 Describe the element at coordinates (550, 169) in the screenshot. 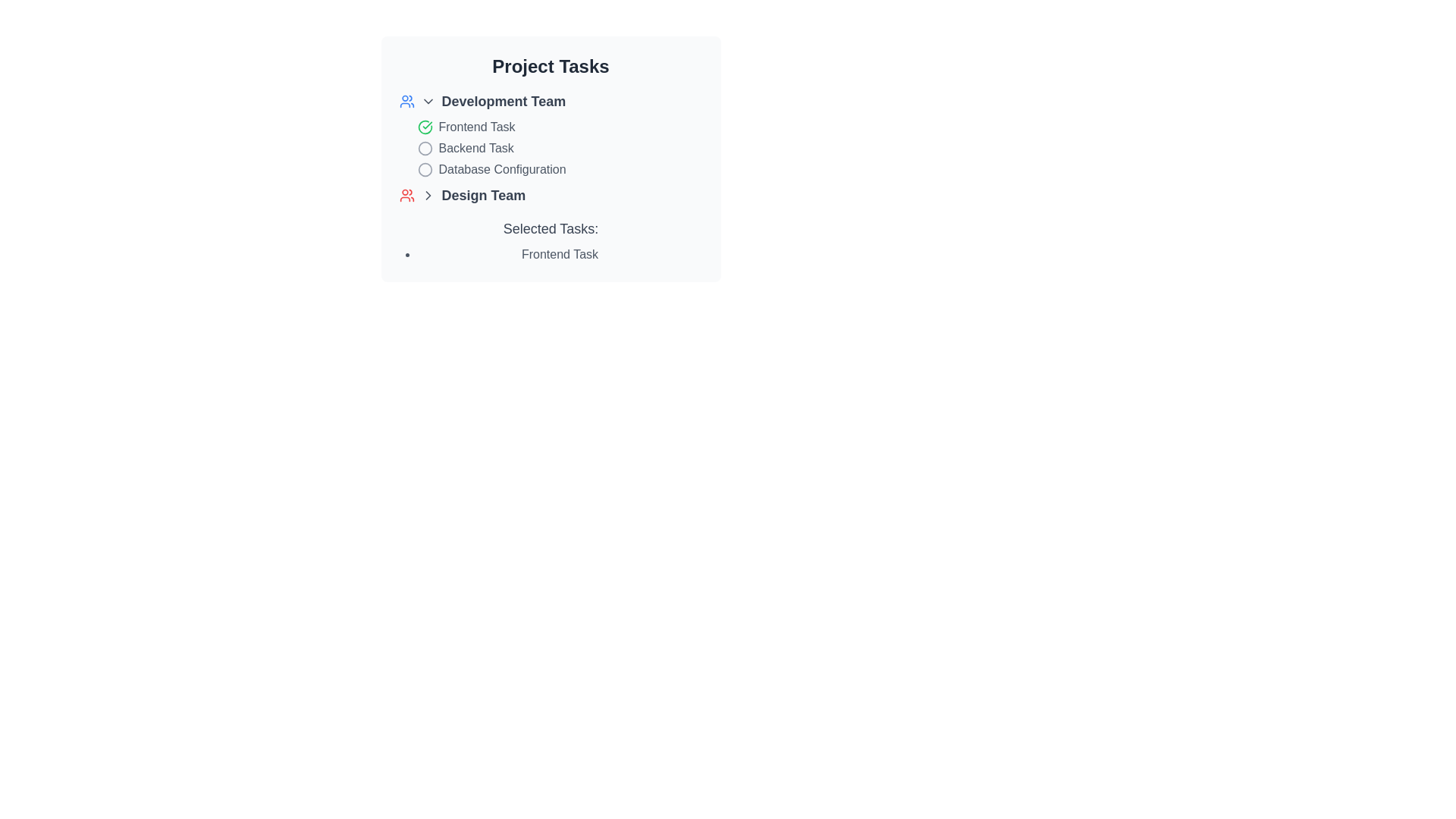

I see `the 'Database Configuration' button, which is a clickable item with a circular outline icon to its left, located towards the center-right of the interface` at that location.